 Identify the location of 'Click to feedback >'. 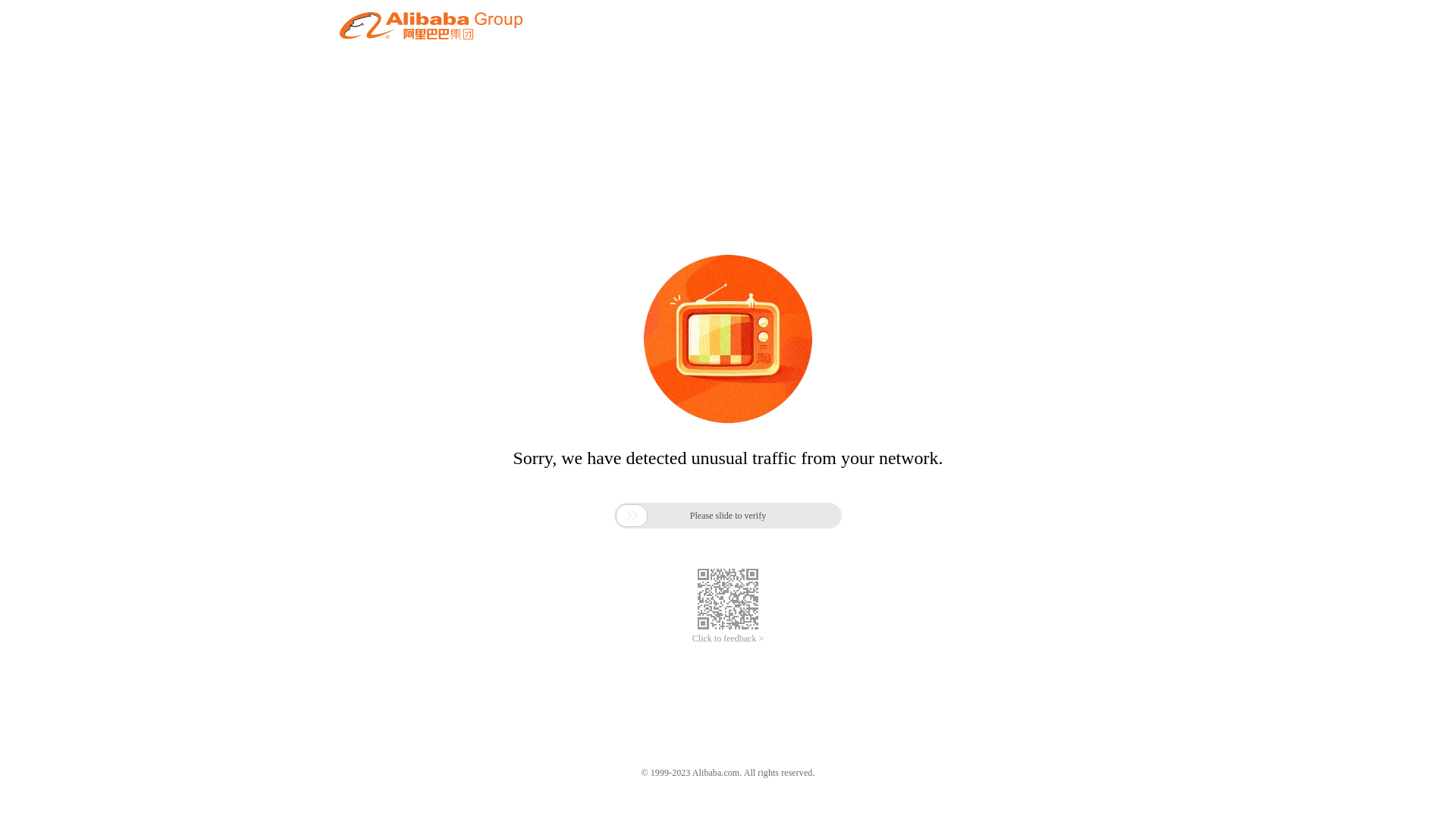
(728, 639).